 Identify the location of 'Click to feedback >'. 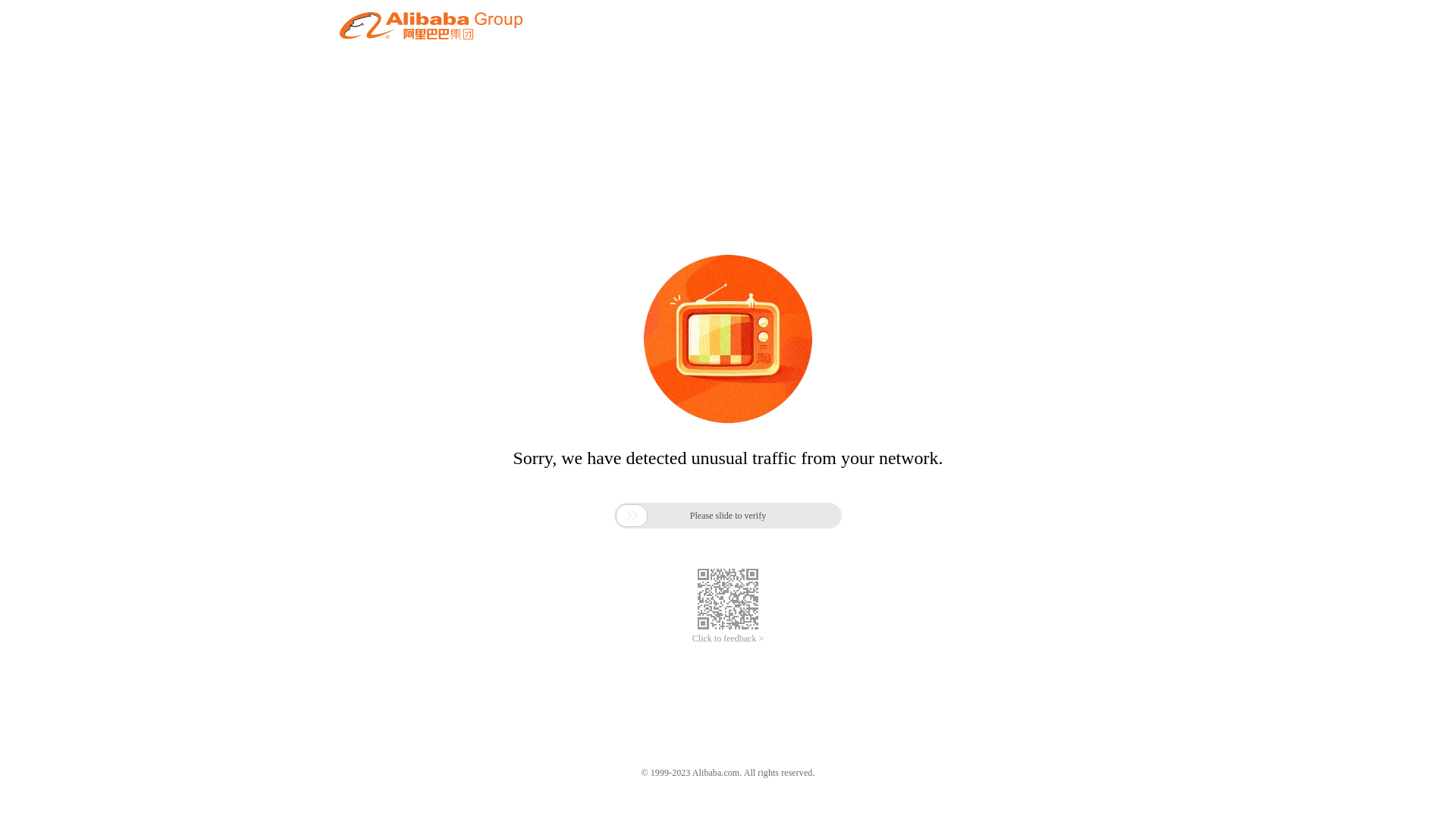
(728, 639).